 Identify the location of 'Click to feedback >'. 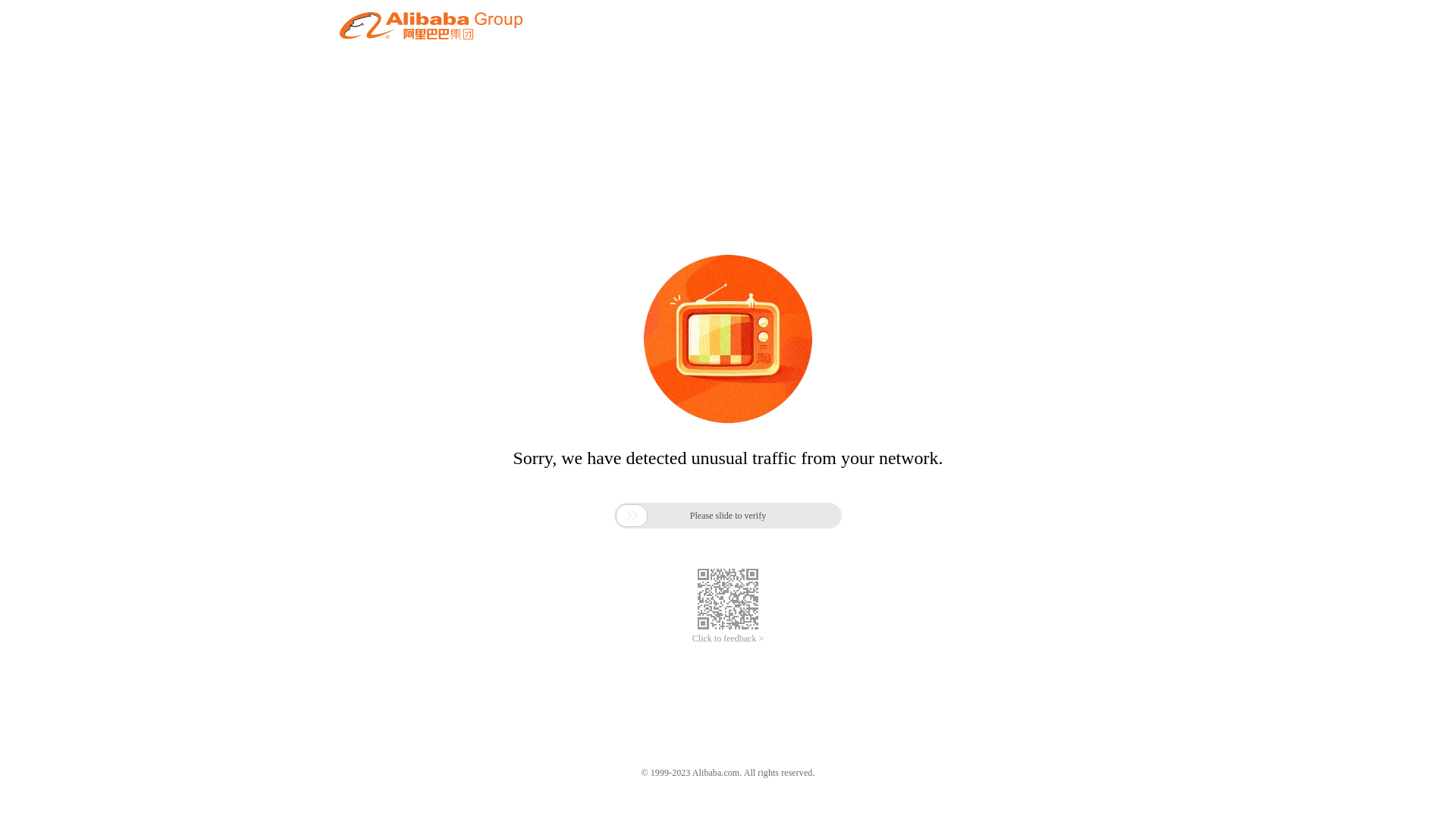
(728, 639).